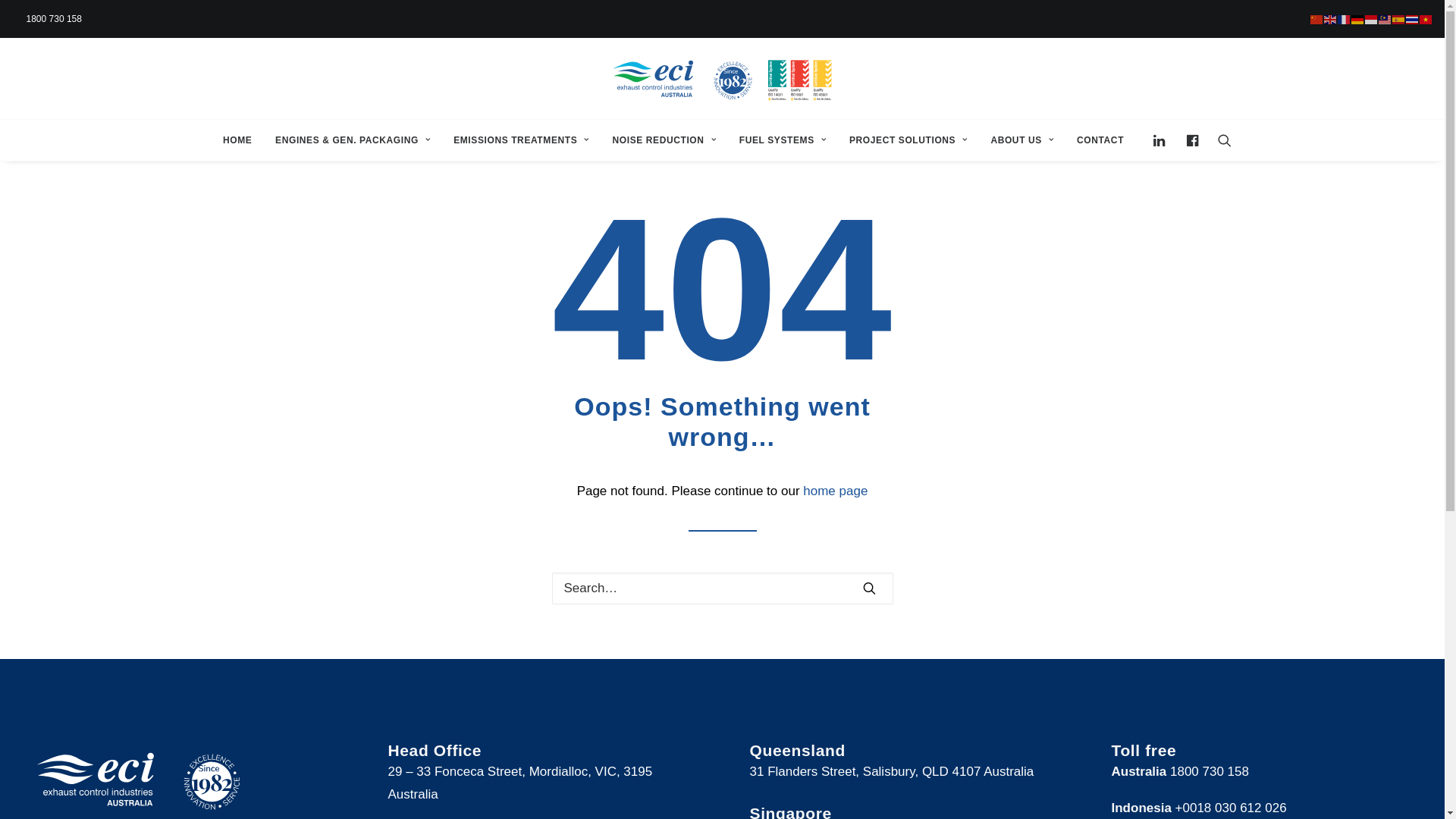 The width and height of the screenshot is (1456, 819). I want to click on 'Bahasa Melayu', so click(1385, 18).